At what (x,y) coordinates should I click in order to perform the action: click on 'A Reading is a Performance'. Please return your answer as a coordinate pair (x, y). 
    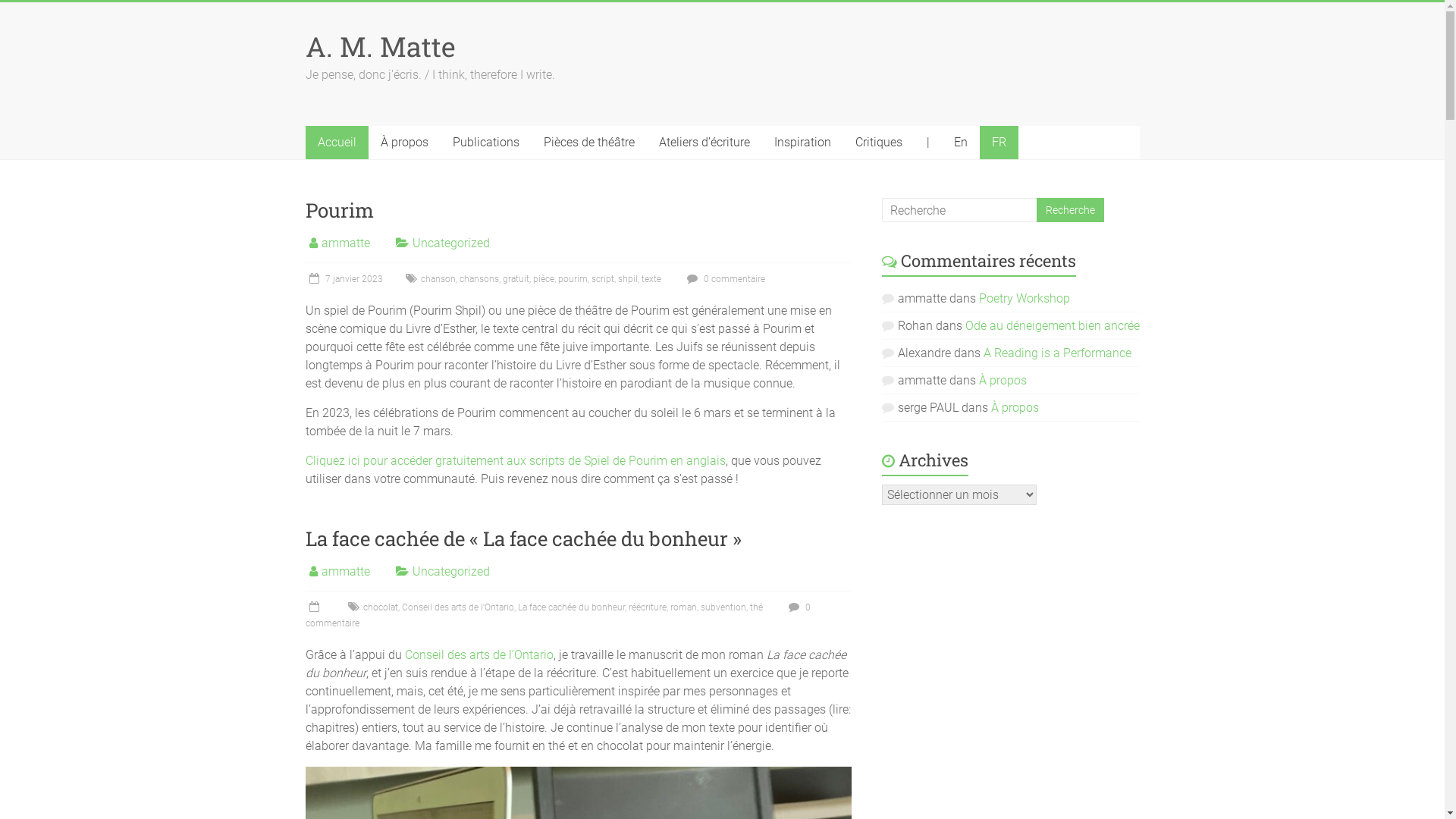
    Looking at the image, I should click on (1056, 353).